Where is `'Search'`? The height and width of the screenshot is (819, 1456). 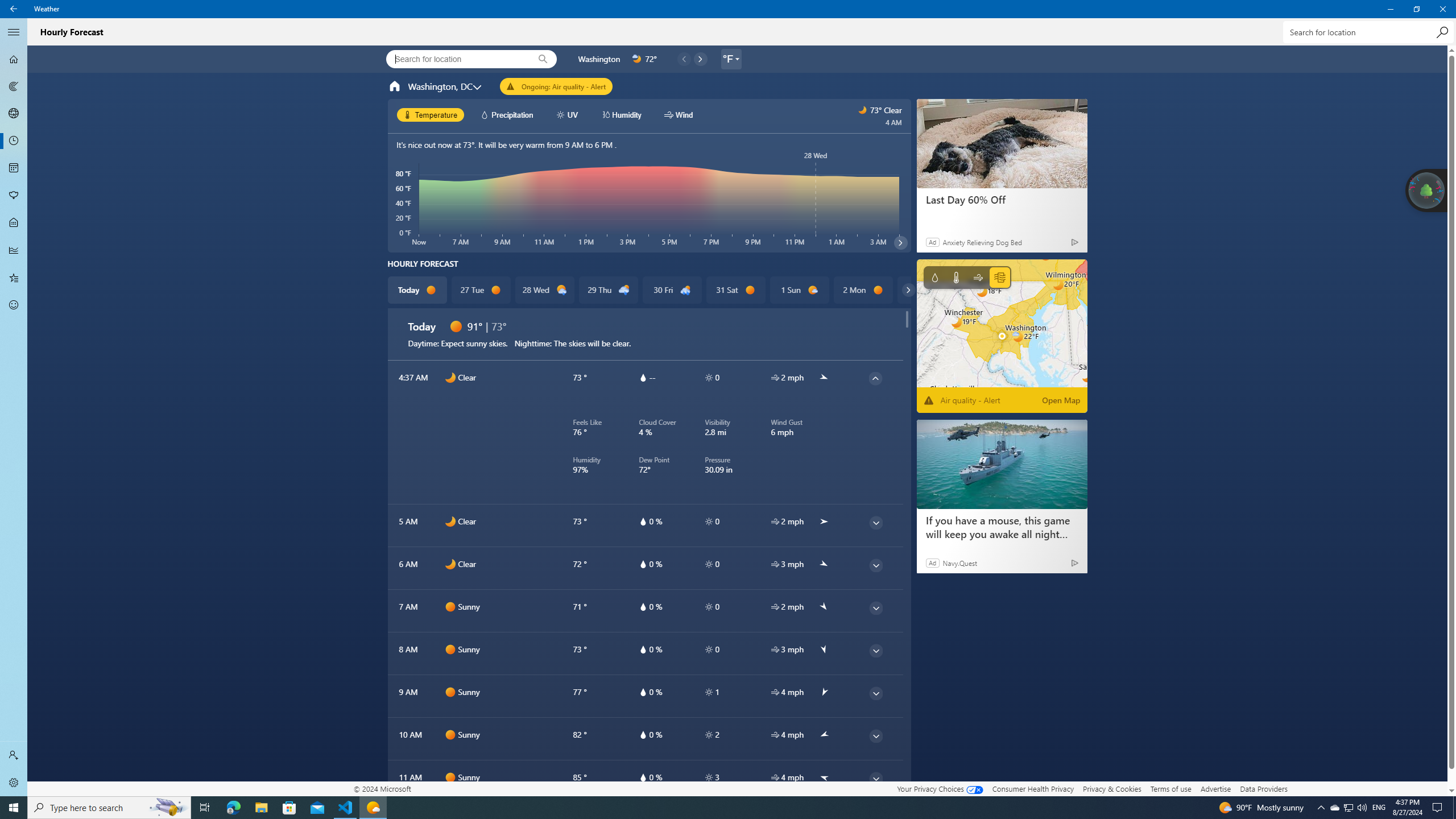 'Search' is located at coordinates (1442, 31).